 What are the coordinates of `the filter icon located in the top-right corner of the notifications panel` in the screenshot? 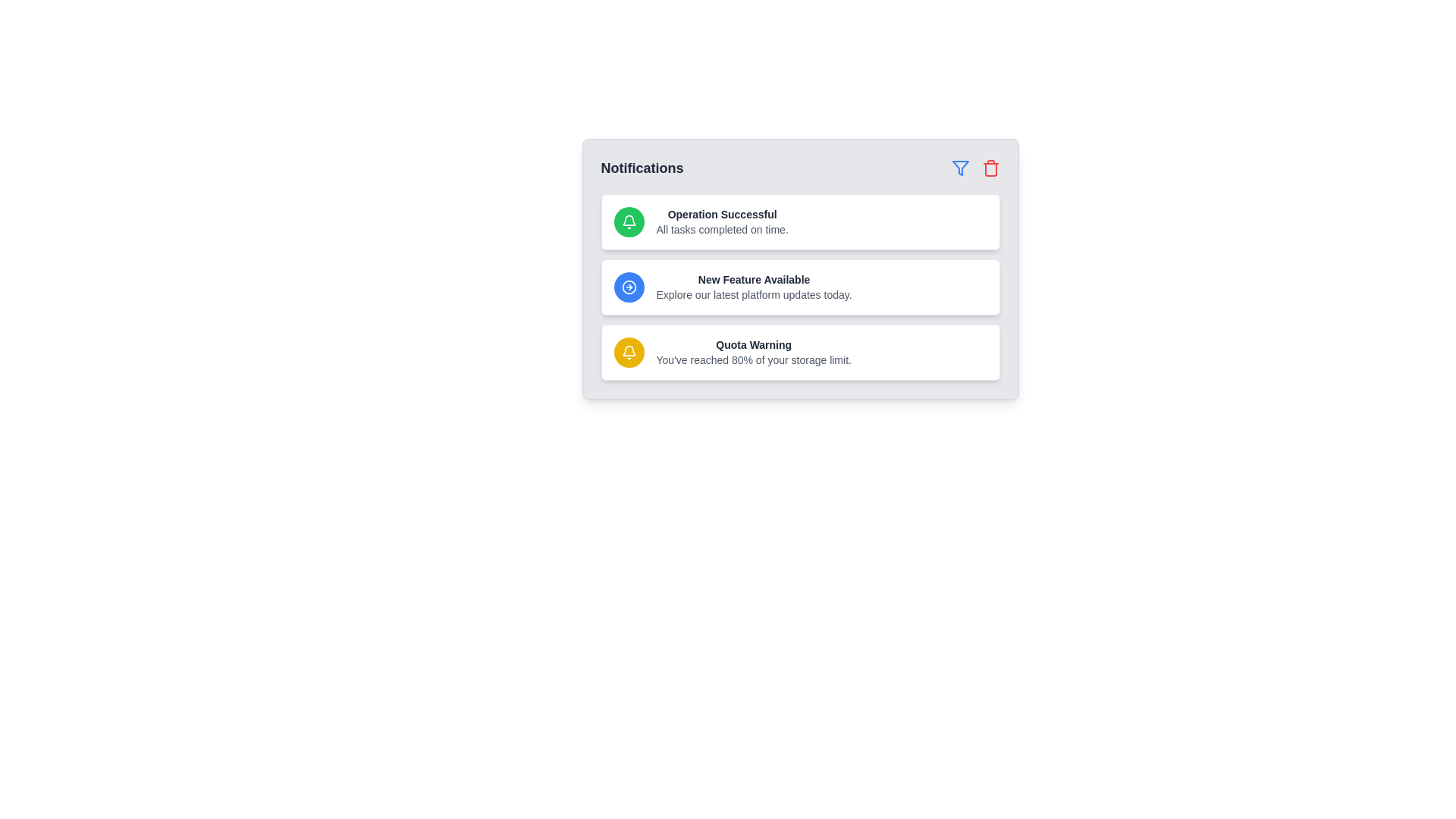 It's located at (959, 168).